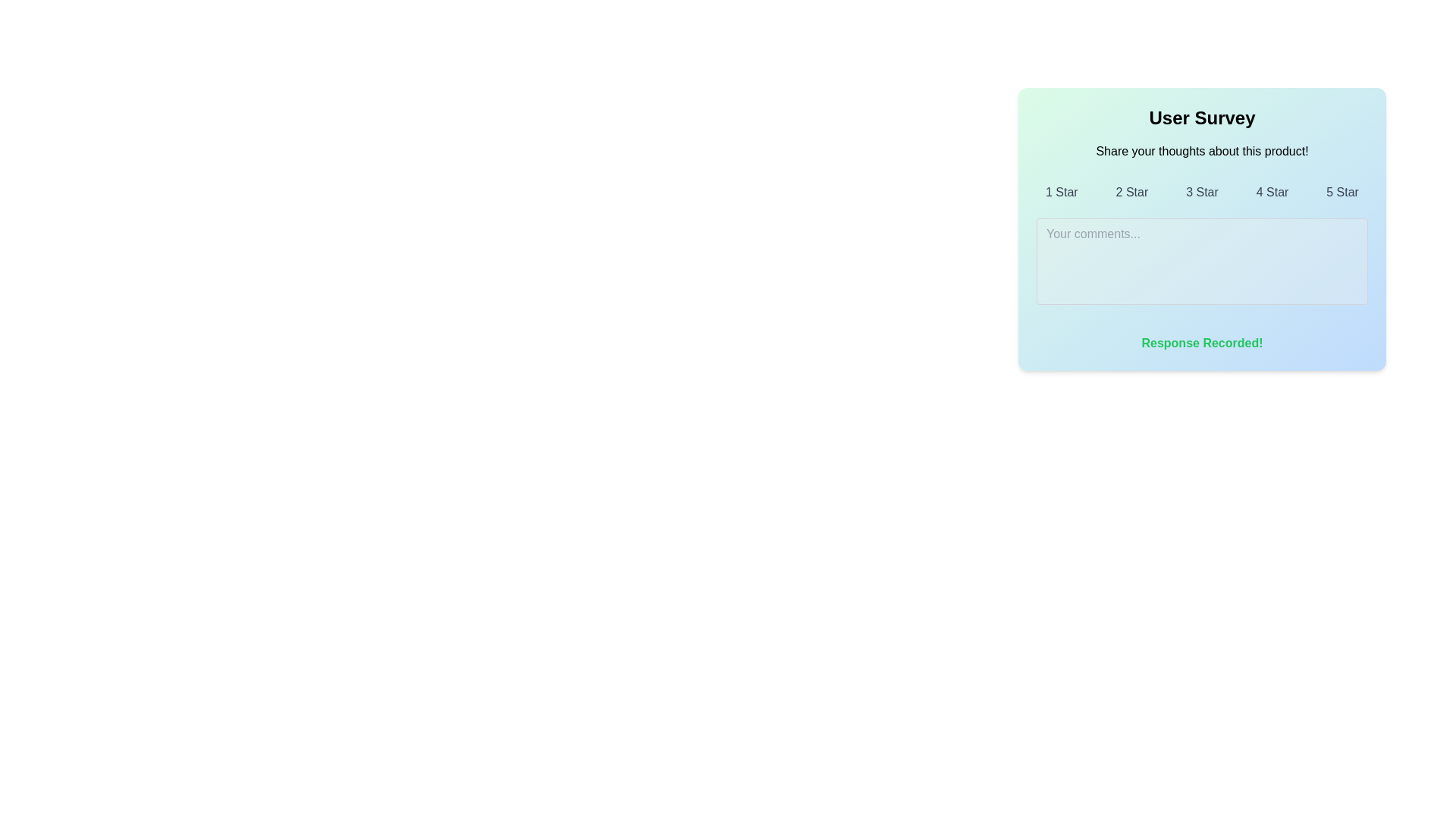  I want to click on the '2 Star' button, which is a rounded rectangle button with light gray color and darker gray text, located near the top center of the 'User Survey' dialog box, so click(1131, 192).